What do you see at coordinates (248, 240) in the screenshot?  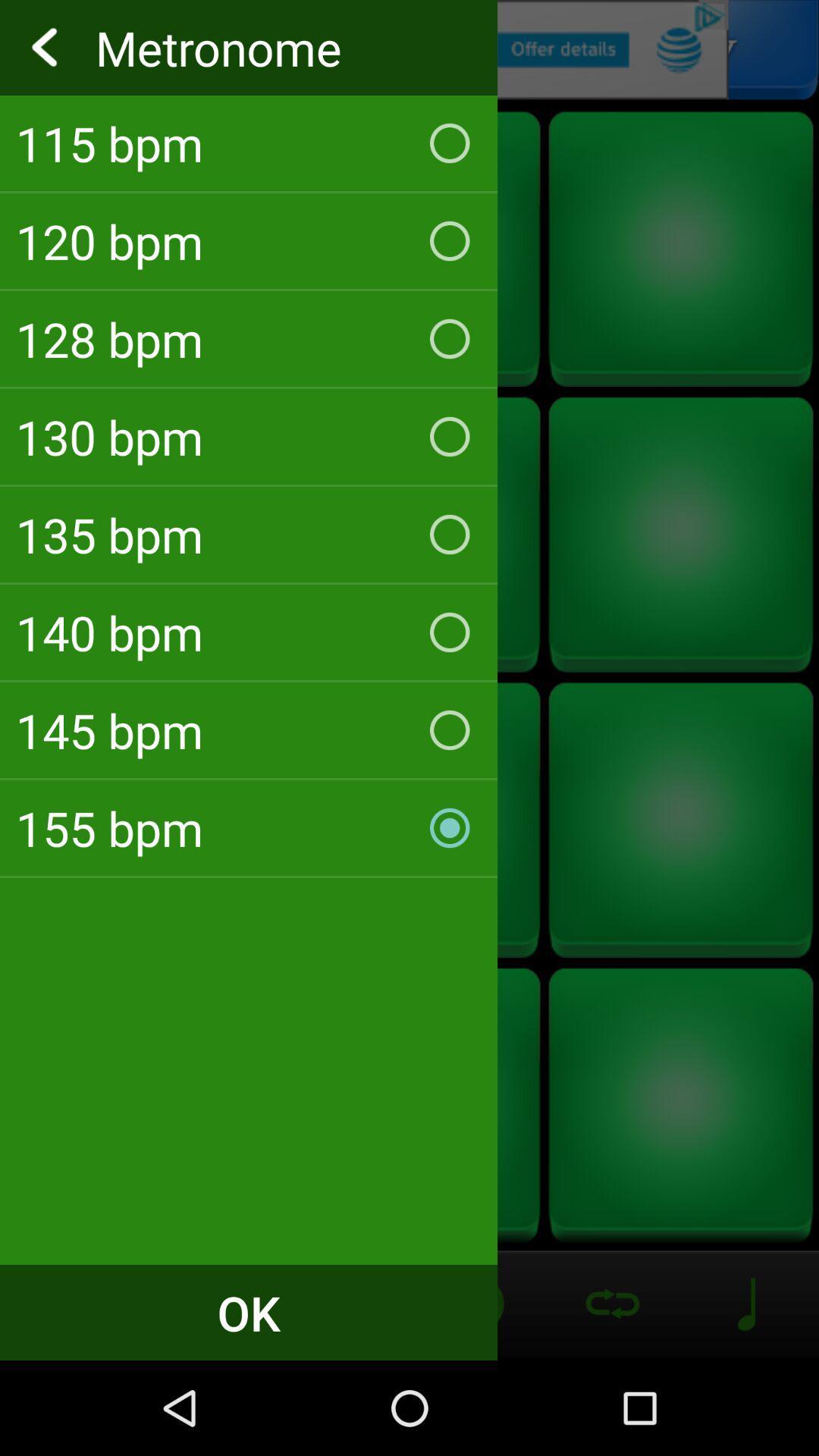 I see `the 120 bpm` at bounding box center [248, 240].